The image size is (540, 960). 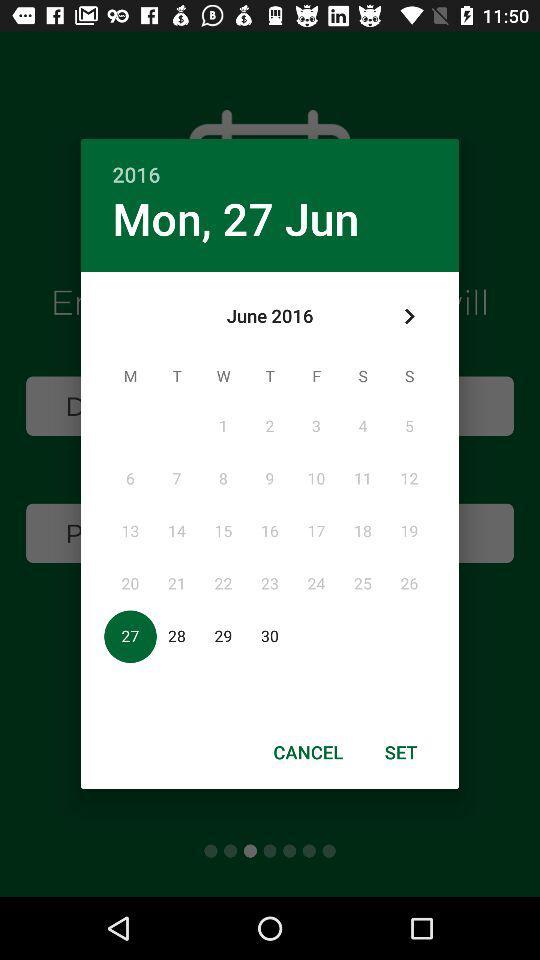 What do you see at coordinates (401, 751) in the screenshot?
I see `item at the bottom right corner` at bounding box center [401, 751].